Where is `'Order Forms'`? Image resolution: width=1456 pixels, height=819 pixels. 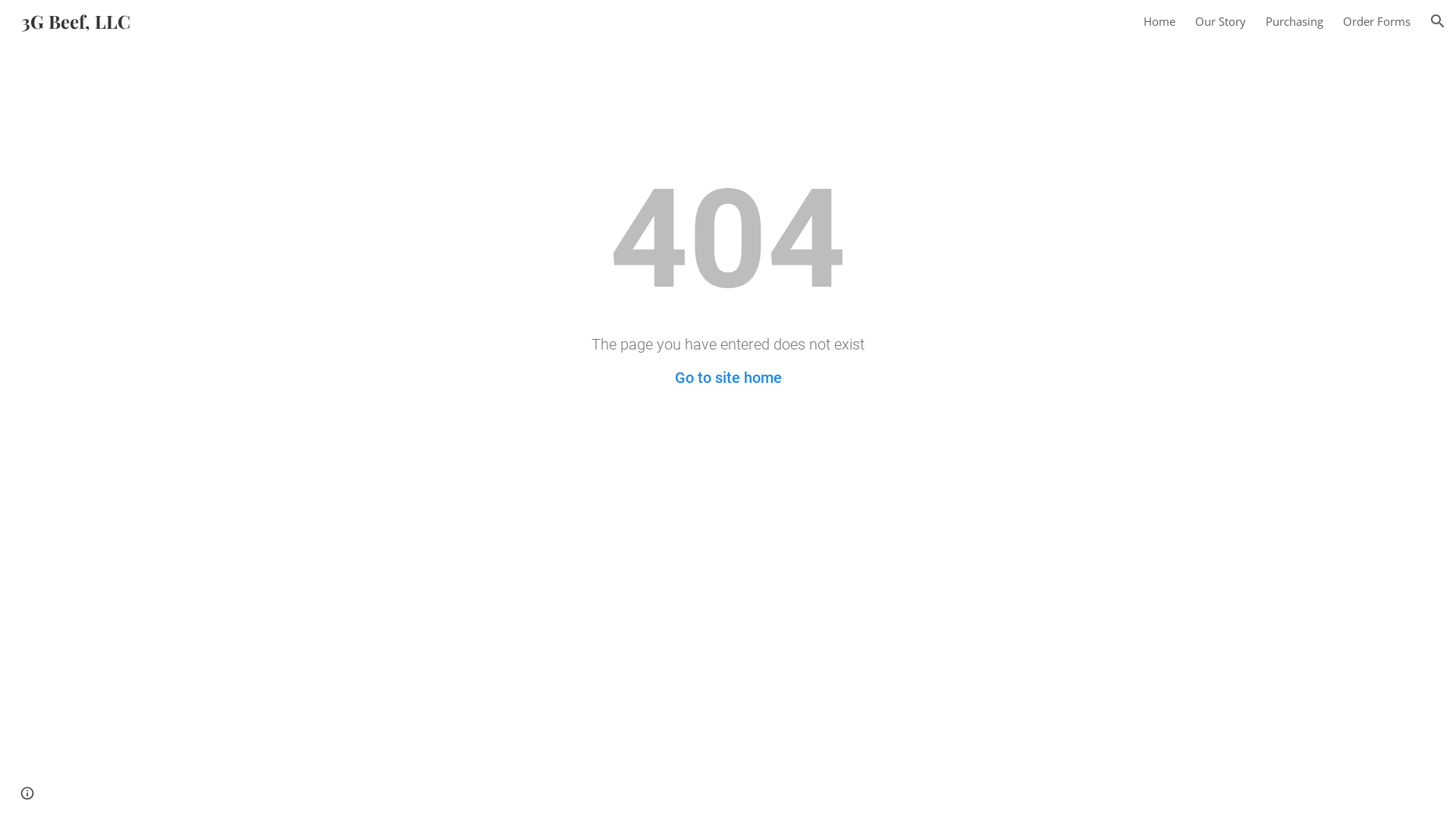 'Order Forms' is located at coordinates (1376, 20).